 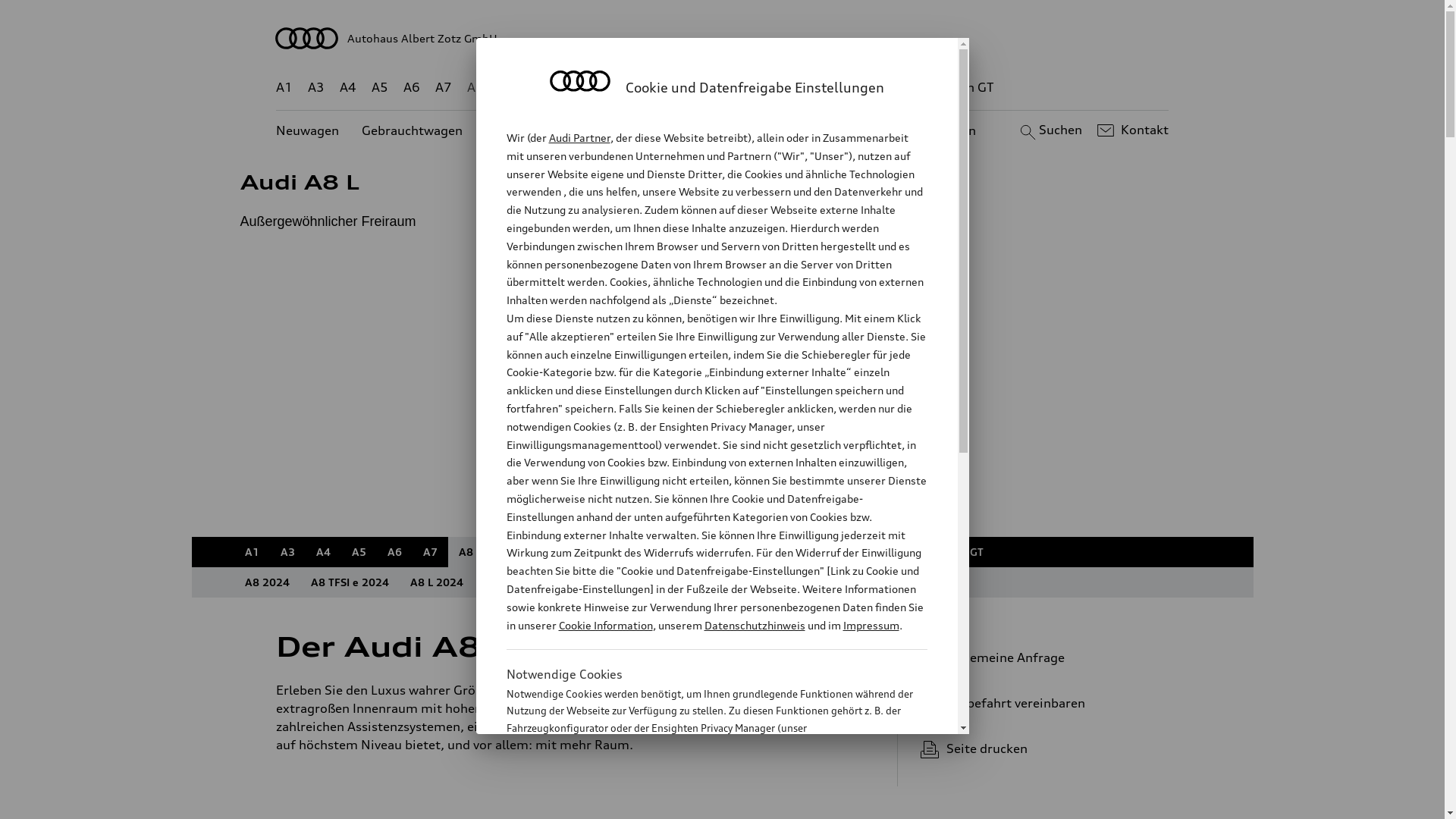 I want to click on 'Q5', so click(x=645, y=87).